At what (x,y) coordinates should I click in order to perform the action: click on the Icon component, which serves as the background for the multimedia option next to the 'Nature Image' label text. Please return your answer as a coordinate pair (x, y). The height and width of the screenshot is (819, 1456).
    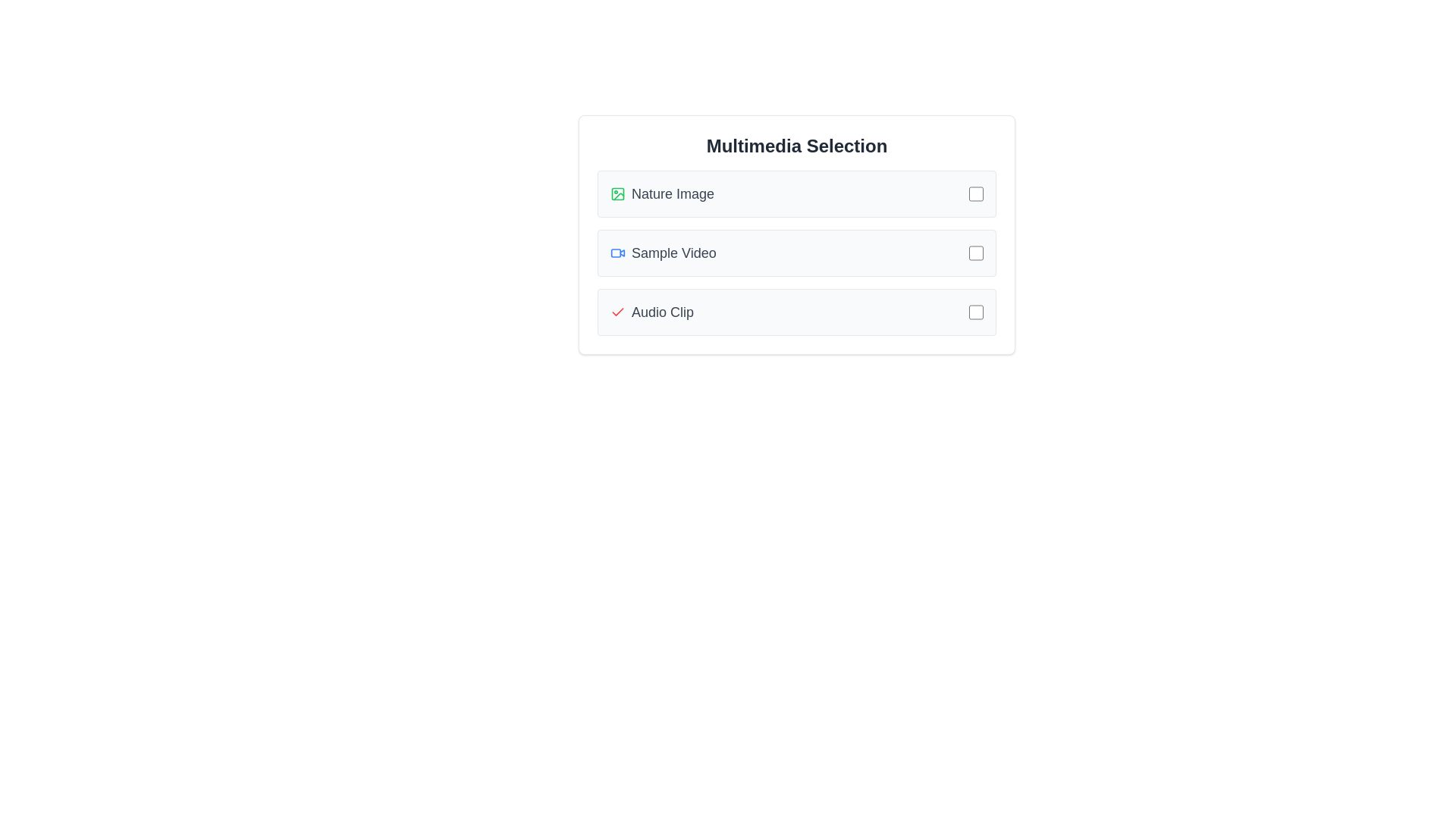
    Looking at the image, I should click on (618, 193).